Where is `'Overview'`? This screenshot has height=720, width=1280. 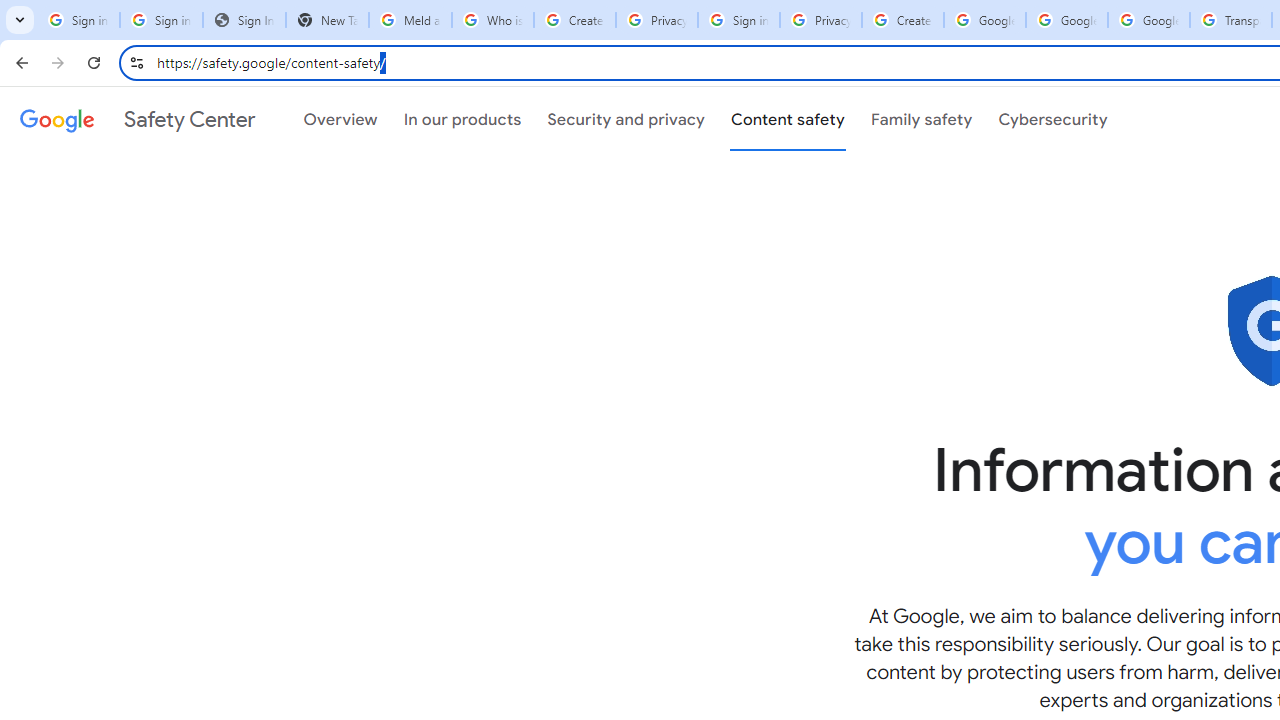 'Overview' is located at coordinates (340, 119).